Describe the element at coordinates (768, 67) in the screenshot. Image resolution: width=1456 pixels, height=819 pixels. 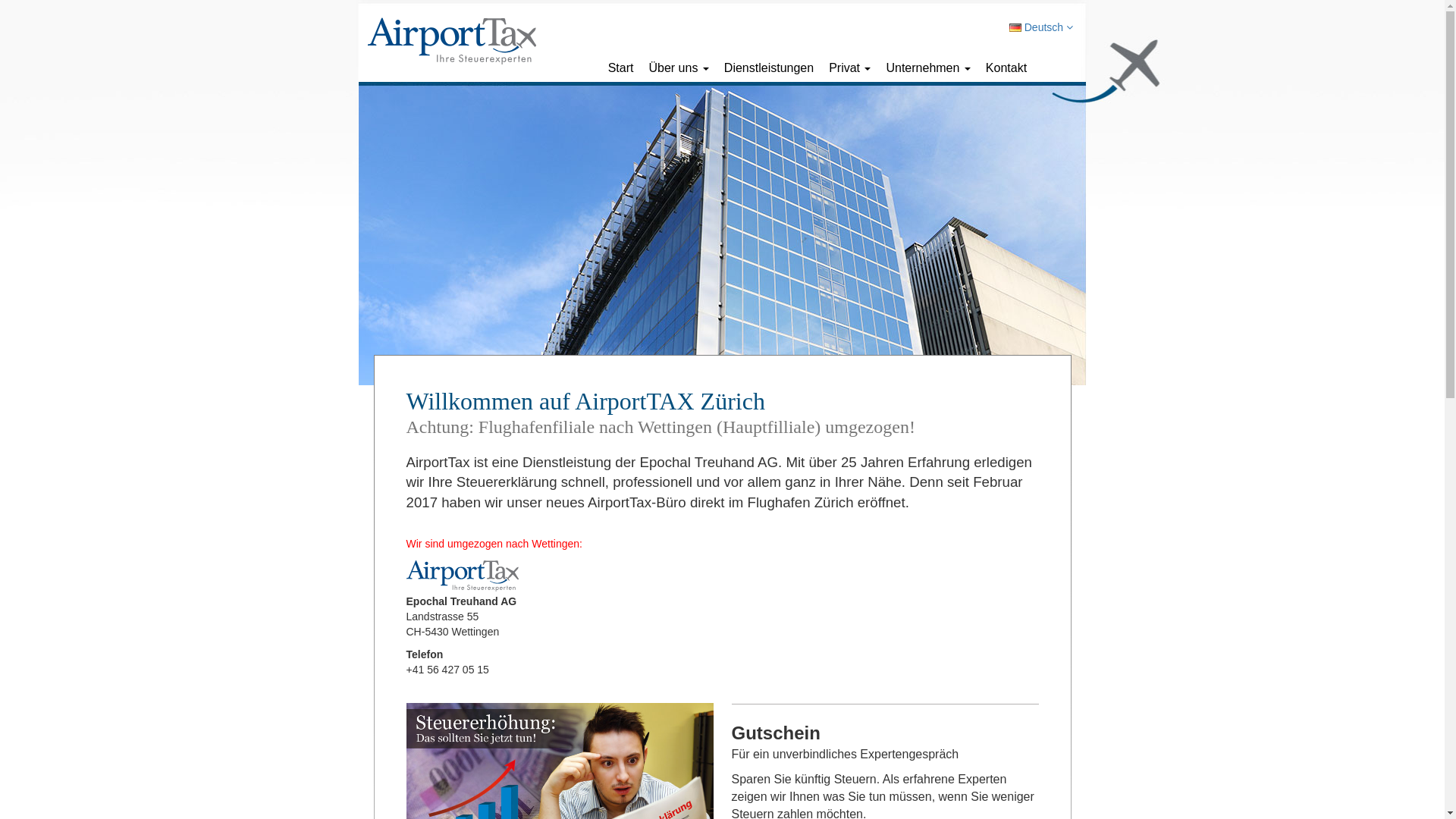
I see `'Dienstleistungen'` at that location.